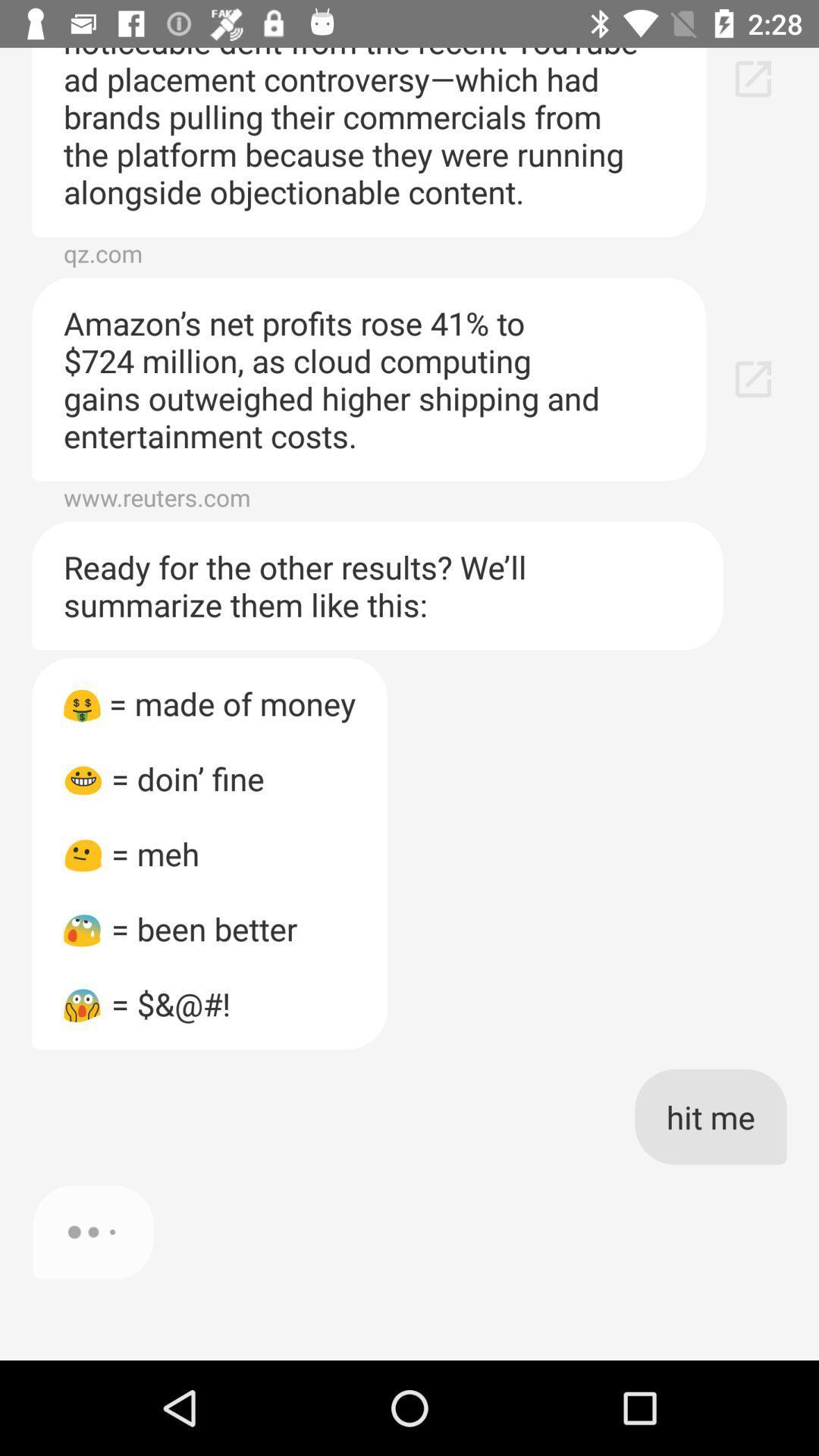 This screenshot has width=819, height=1456. What do you see at coordinates (369, 379) in the screenshot?
I see `the item above www.reuters.com icon` at bounding box center [369, 379].